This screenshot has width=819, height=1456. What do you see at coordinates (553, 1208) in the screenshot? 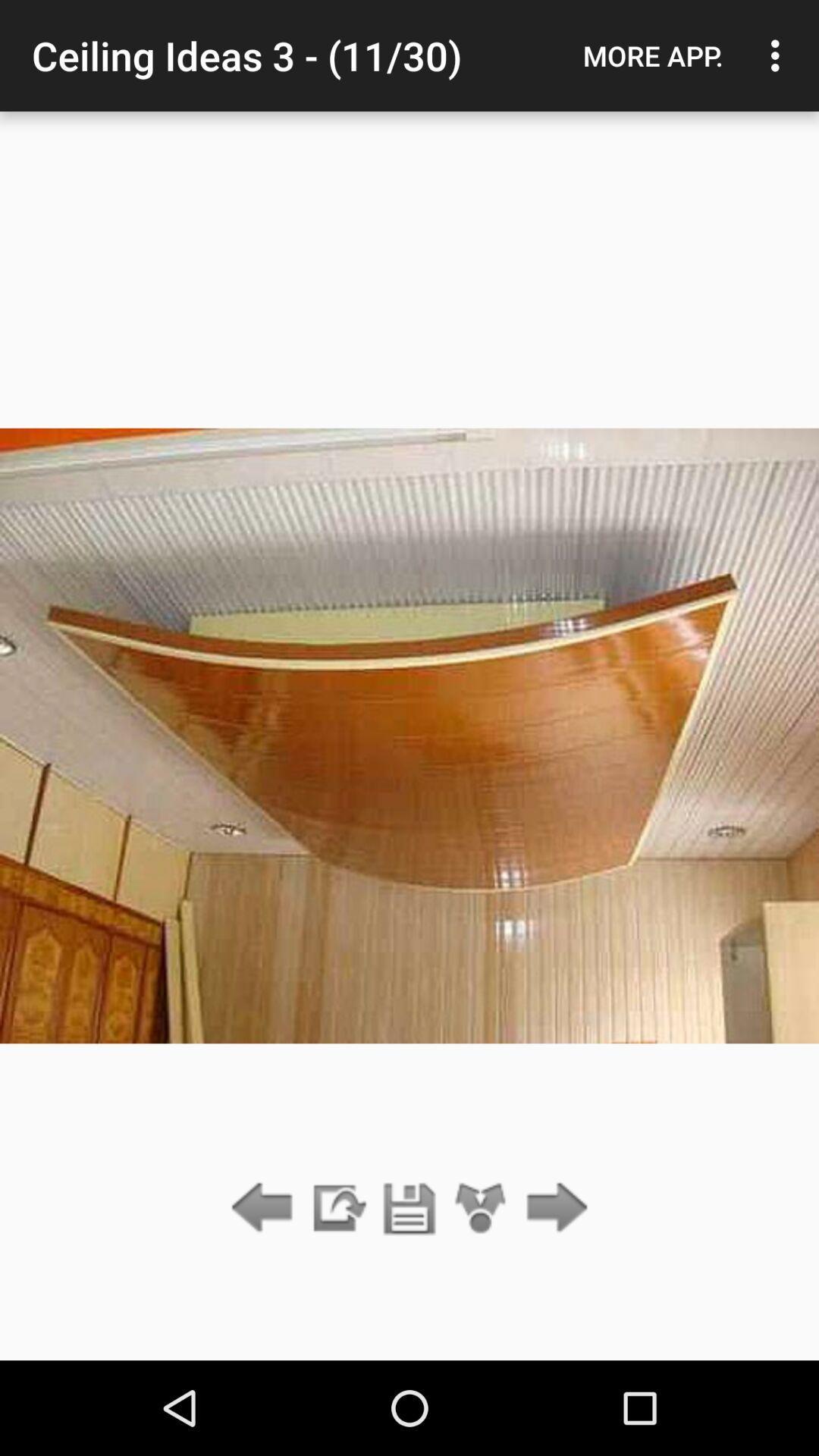
I see `the icon at the bottom right corner` at bounding box center [553, 1208].